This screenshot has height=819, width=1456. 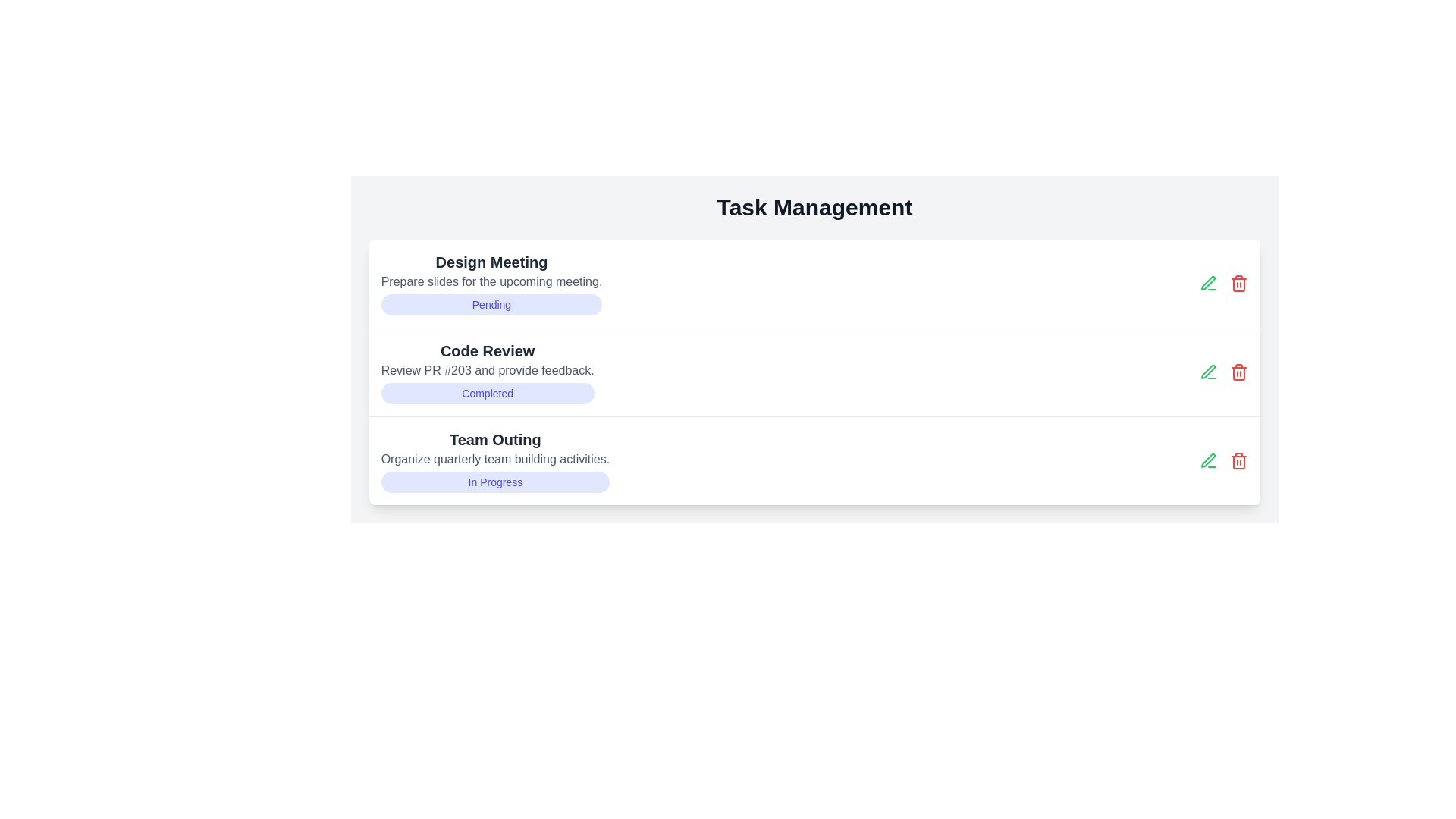 I want to click on the Status badge indicating the current state of 'In Progress' for the task 'Team Outing', which is positioned below the texts related to the task, so click(x=495, y=482).